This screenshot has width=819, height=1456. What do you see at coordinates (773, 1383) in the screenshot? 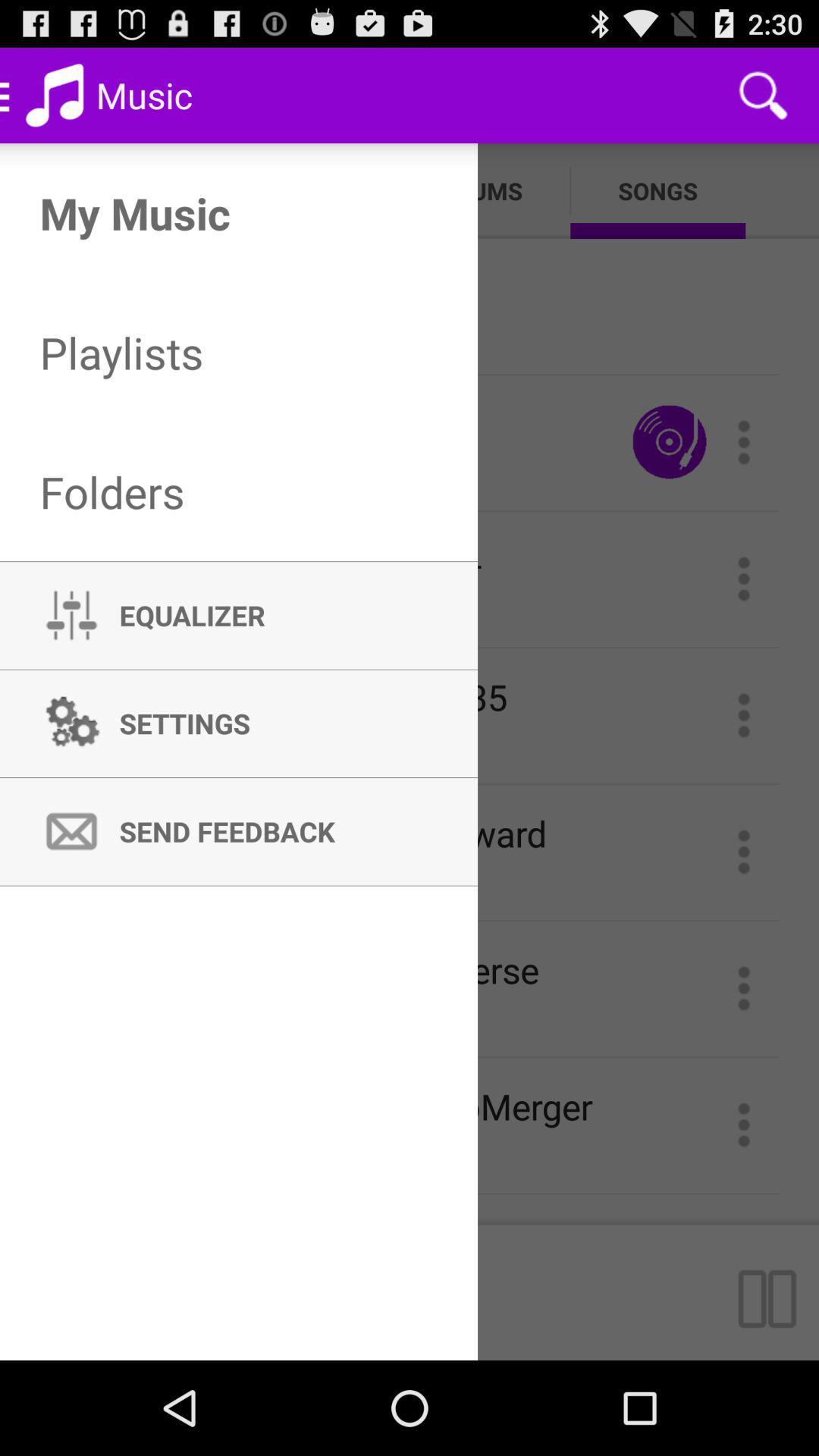
I see `the pause icon` at bounding box center [773, 1383].